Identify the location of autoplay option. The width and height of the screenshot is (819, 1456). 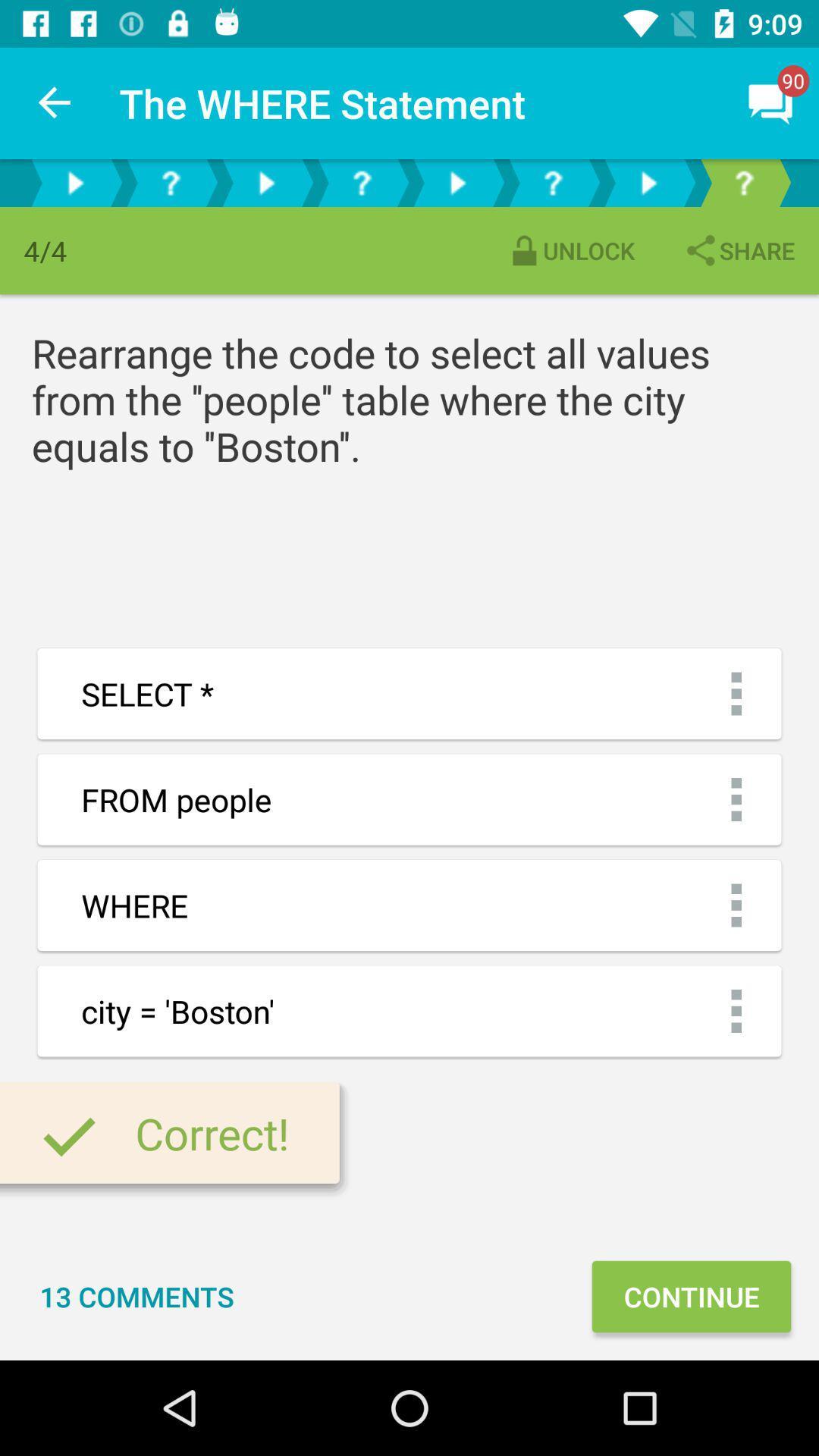
(75, 182).